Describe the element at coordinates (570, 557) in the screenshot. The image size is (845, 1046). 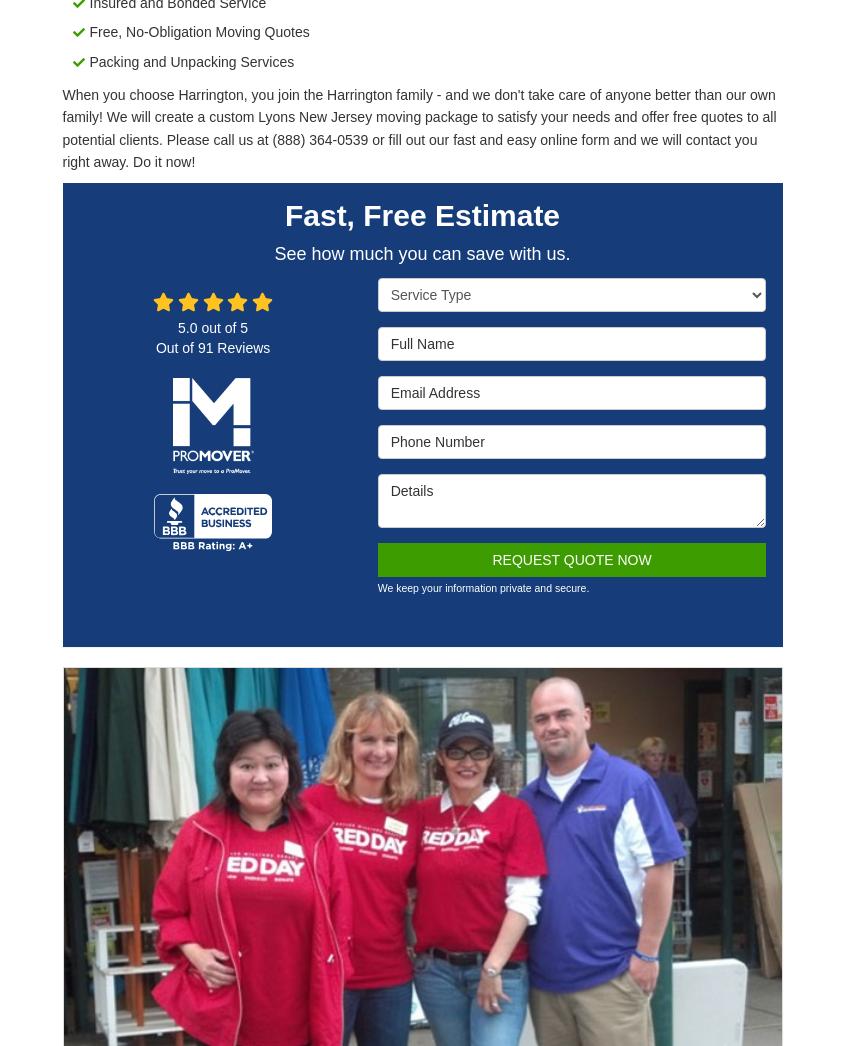
I see `'Request Quote Now'` at that location.